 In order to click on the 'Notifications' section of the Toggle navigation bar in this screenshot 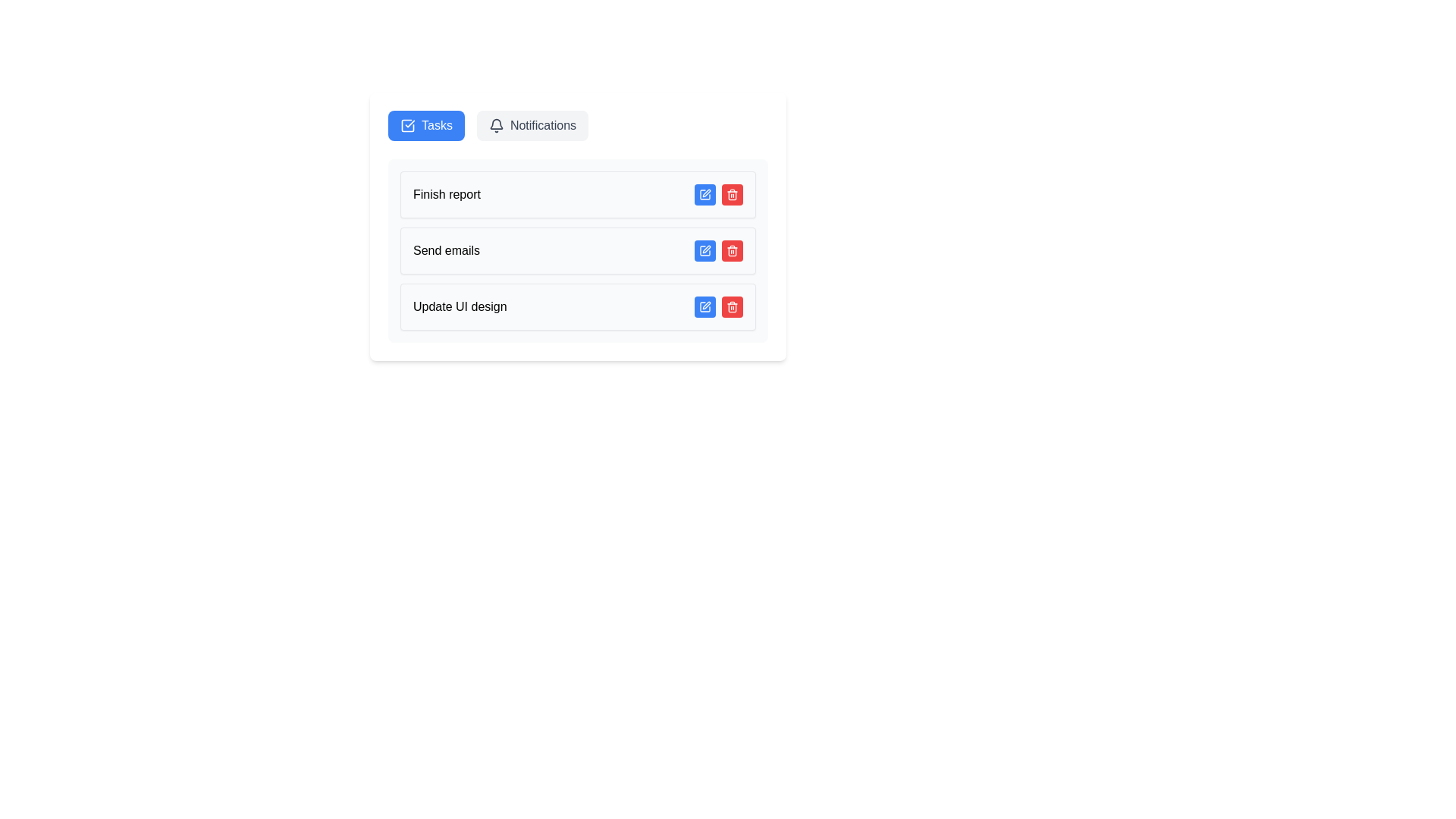, I will do `click(577, 124)`.